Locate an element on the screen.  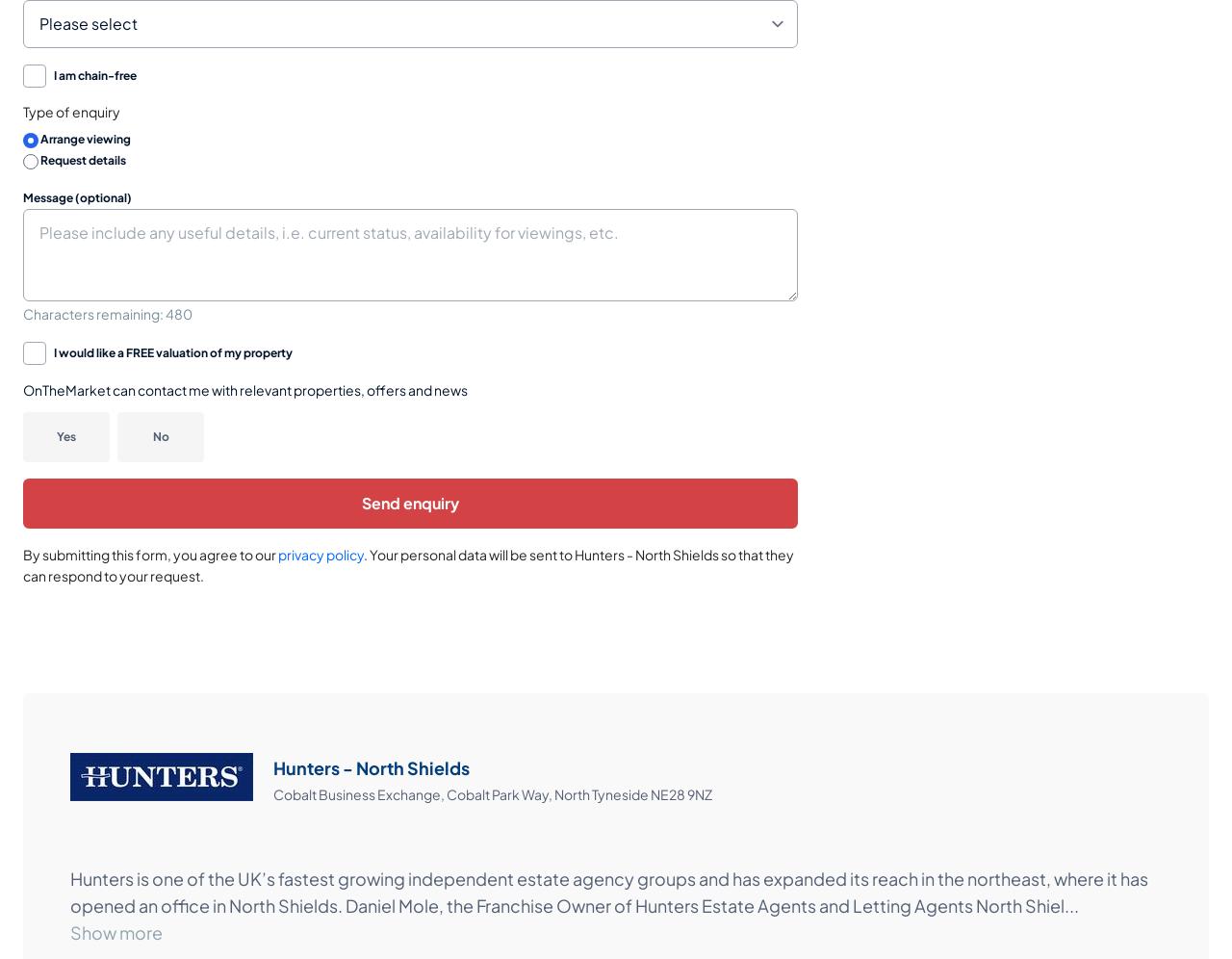
'opened an office in North Shields. Daniel Mole, the Franchise Owner of Hunters Estate Agents and Letting Agents North Shiel' is located at coordinates (566, 905).